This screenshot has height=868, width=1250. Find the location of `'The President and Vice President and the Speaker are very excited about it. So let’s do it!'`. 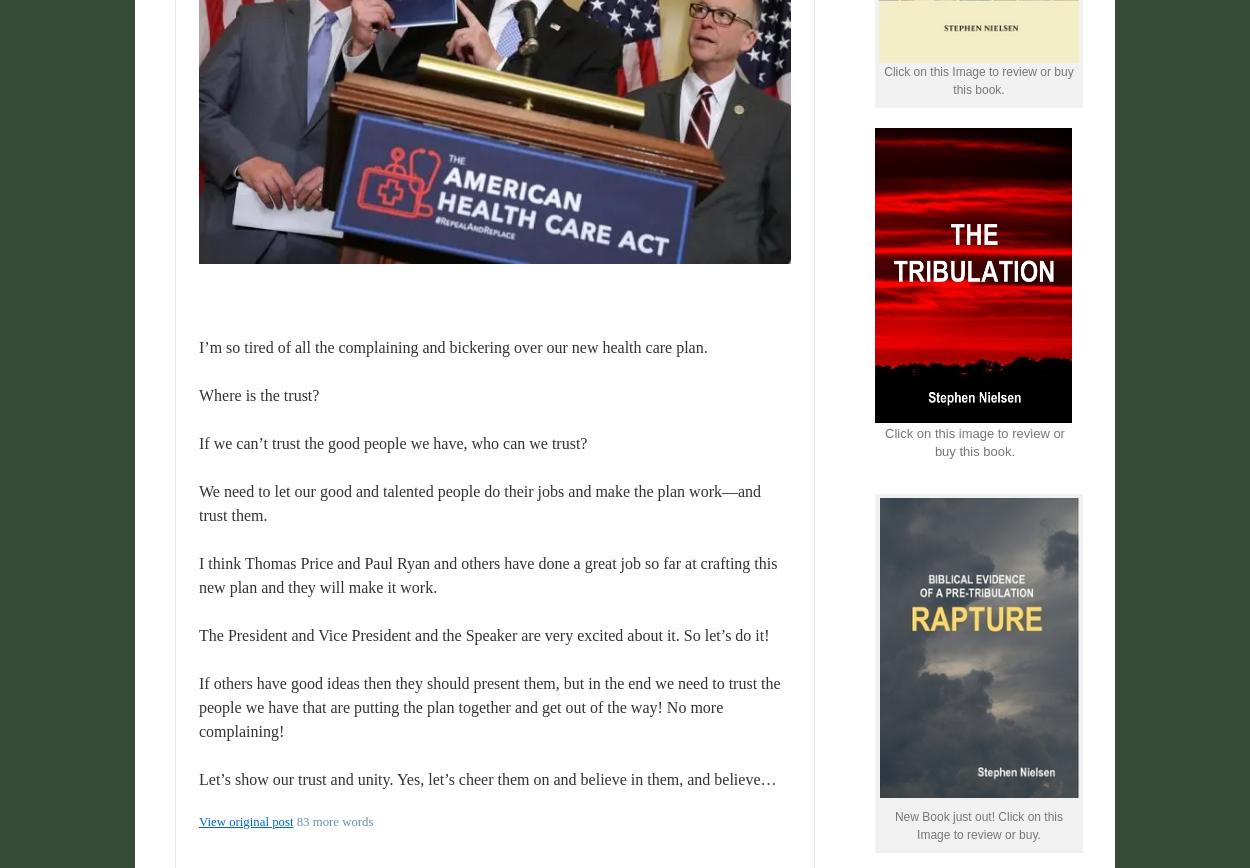

'The President and Vice President and the Speaker are very excited about it. So let’s do it!' is located at coordinates (483, 634).